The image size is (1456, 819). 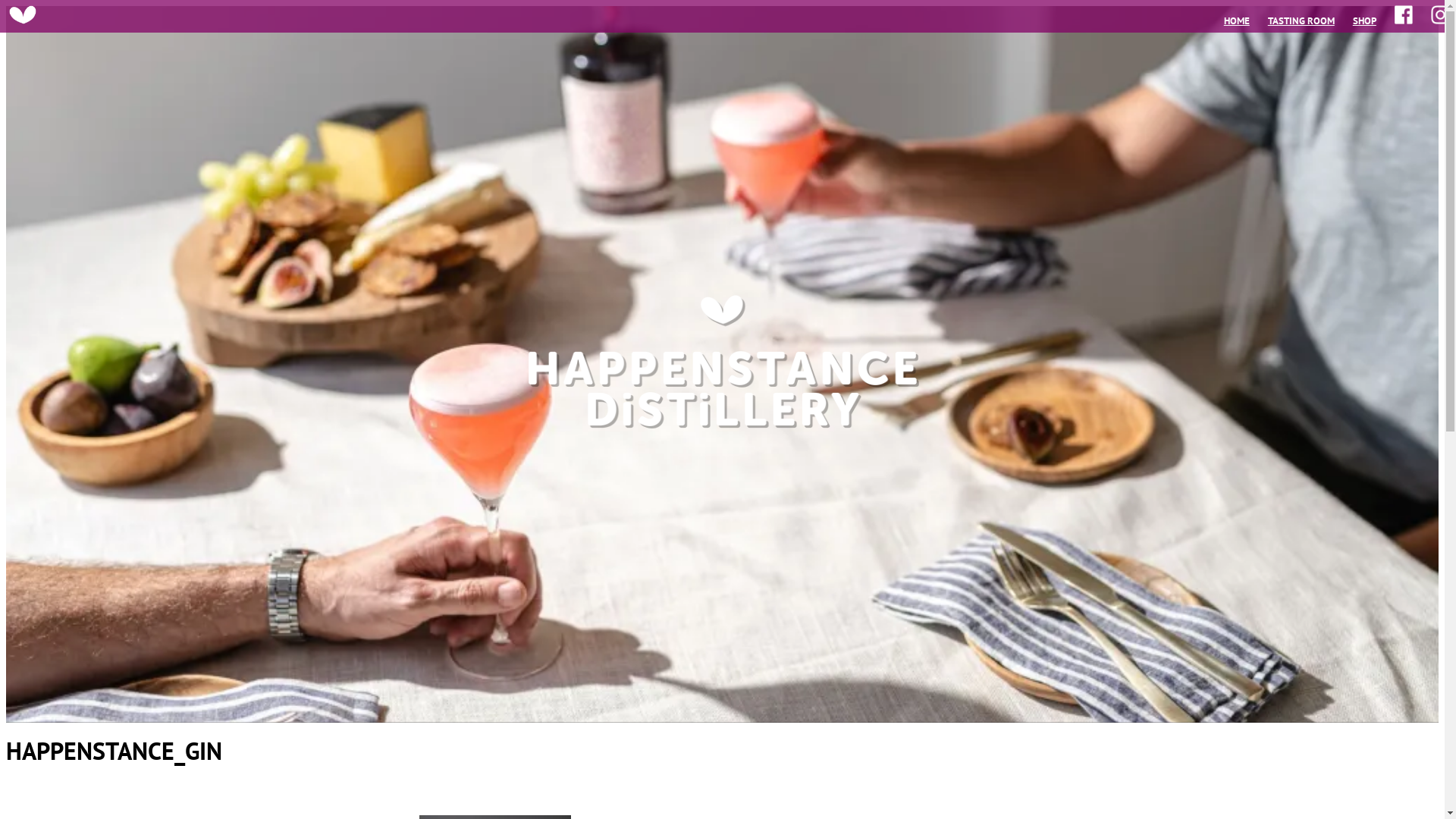 I want to click on 'SHOP', so click(x=1364, y=20).